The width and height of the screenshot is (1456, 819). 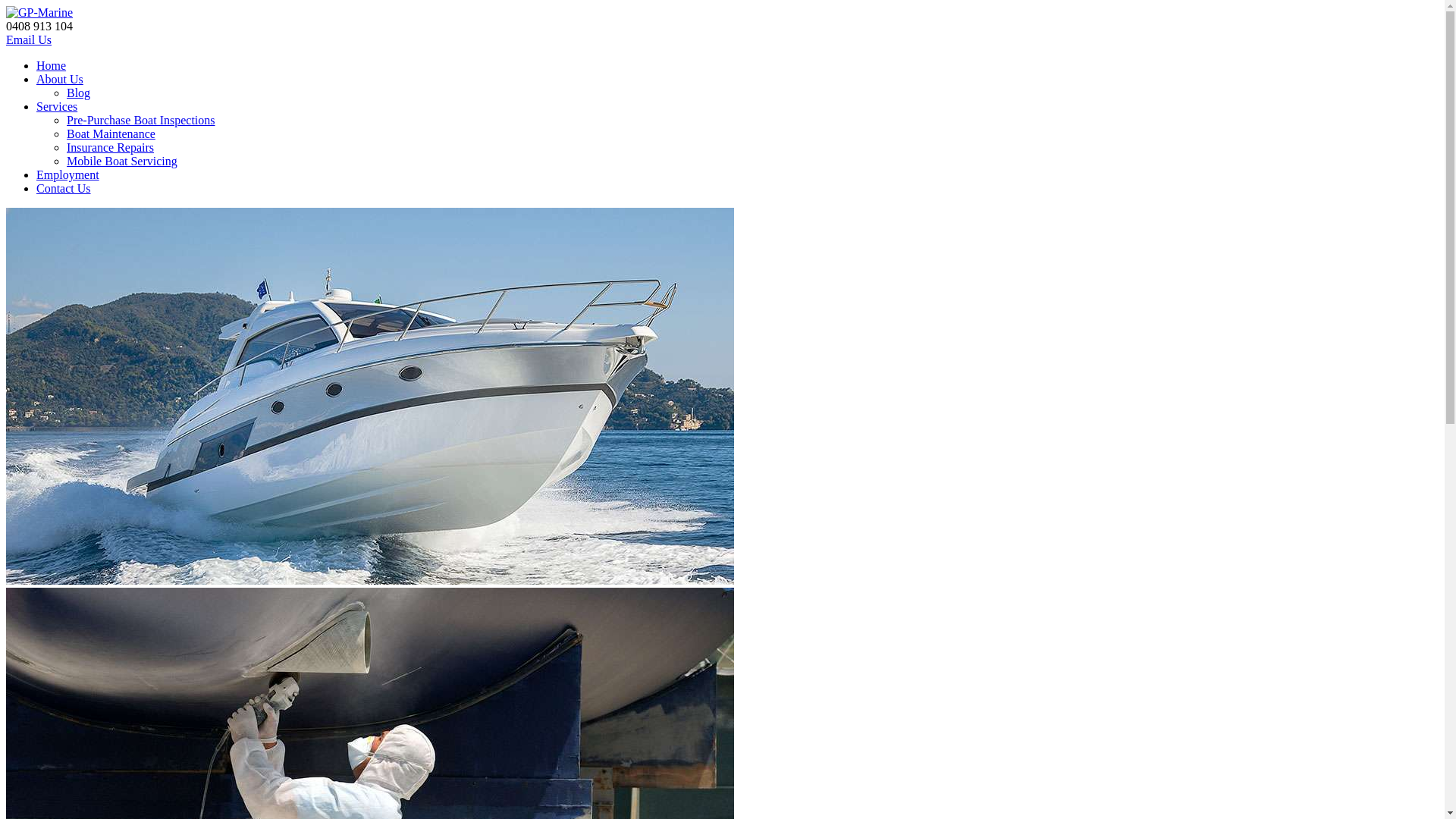 I want to click on 'Boat Maintenance', so click(x=110, y=133).